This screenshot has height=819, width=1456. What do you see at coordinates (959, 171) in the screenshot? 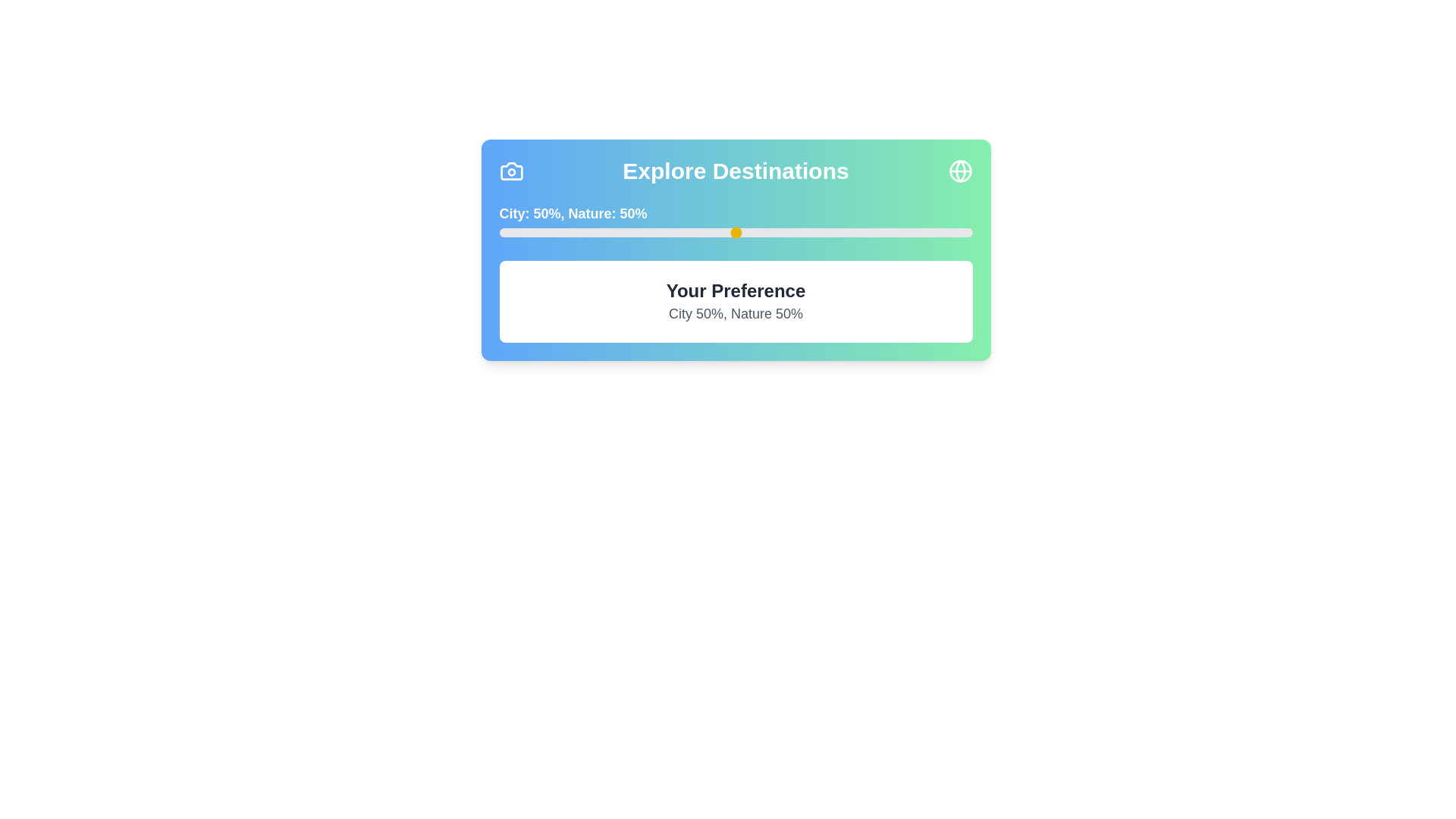
I see `the Globe icon in the TravelPreferenceSelector component` at bounding box center [959, 171].